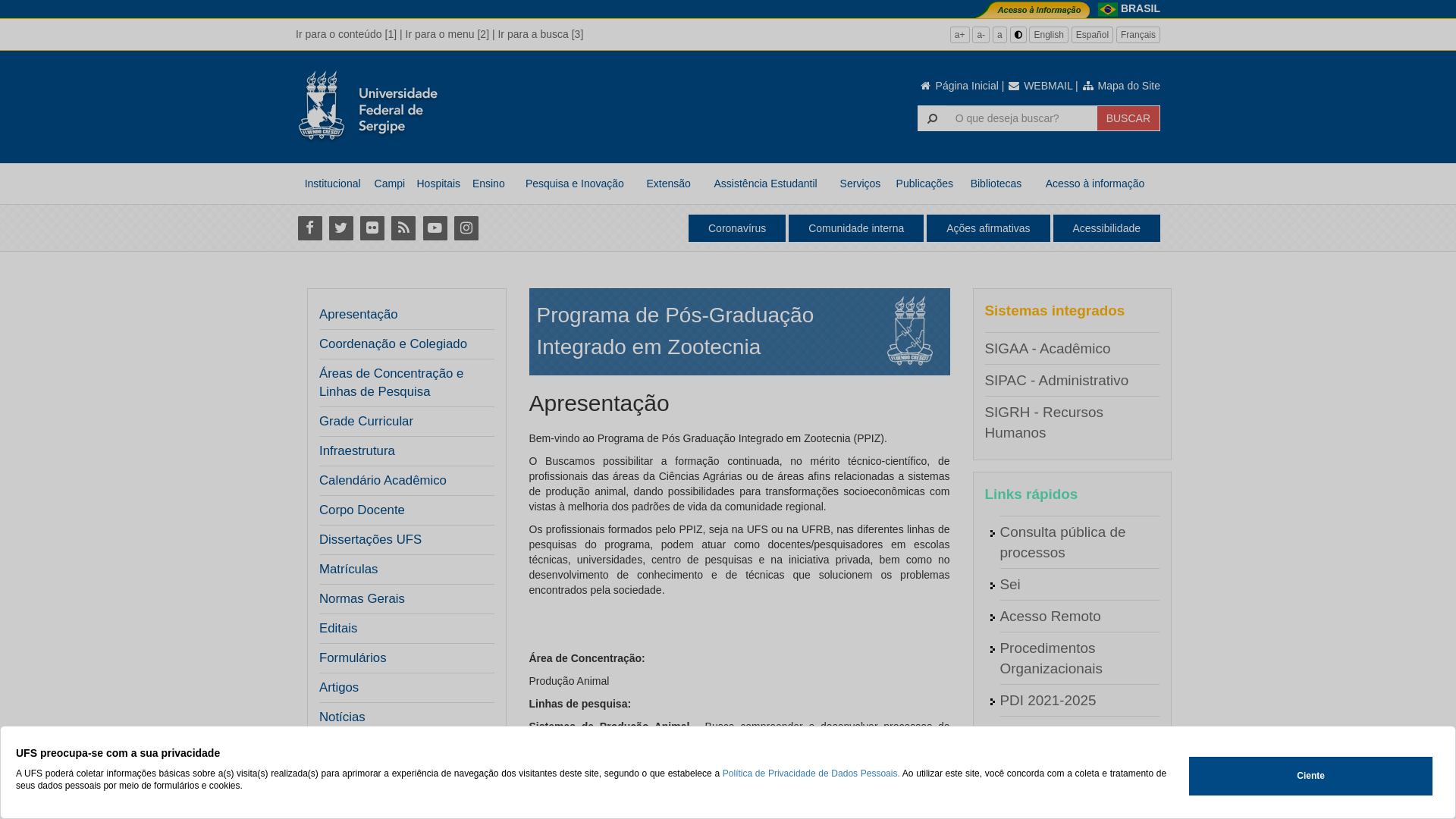 The image size is (1456, 819). I want to click on 'Normas Gerais', so click(361, 598).